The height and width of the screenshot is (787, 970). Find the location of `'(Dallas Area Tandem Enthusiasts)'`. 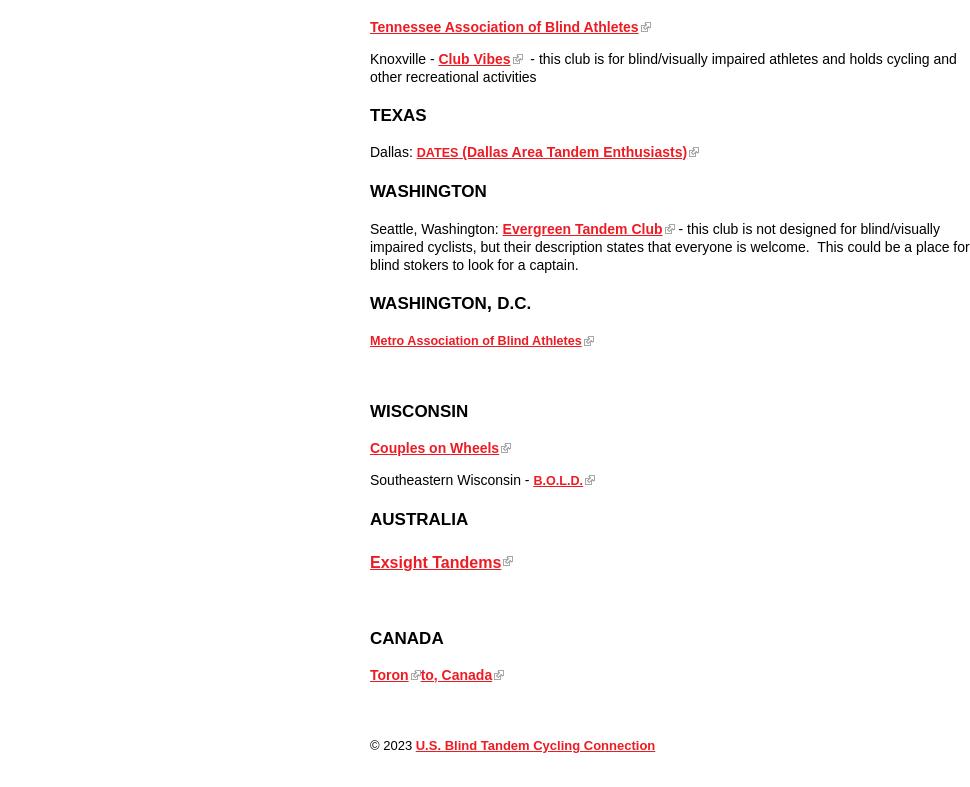

'(Dallas Area Tandem Enthusiasts)' is located at coordinates (571, 151).